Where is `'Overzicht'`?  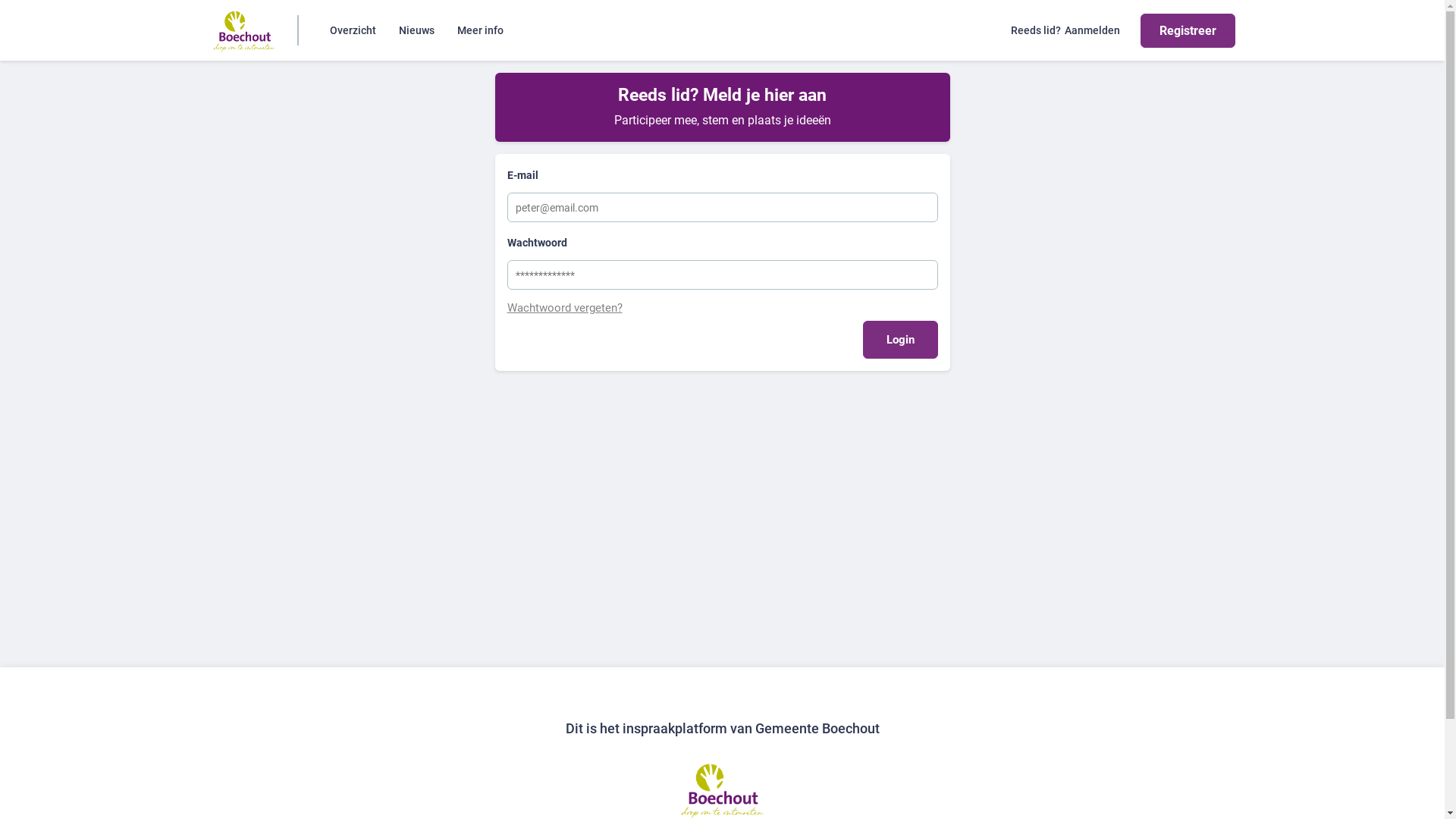 'Overzicht' is located at coordinates (352, 30).